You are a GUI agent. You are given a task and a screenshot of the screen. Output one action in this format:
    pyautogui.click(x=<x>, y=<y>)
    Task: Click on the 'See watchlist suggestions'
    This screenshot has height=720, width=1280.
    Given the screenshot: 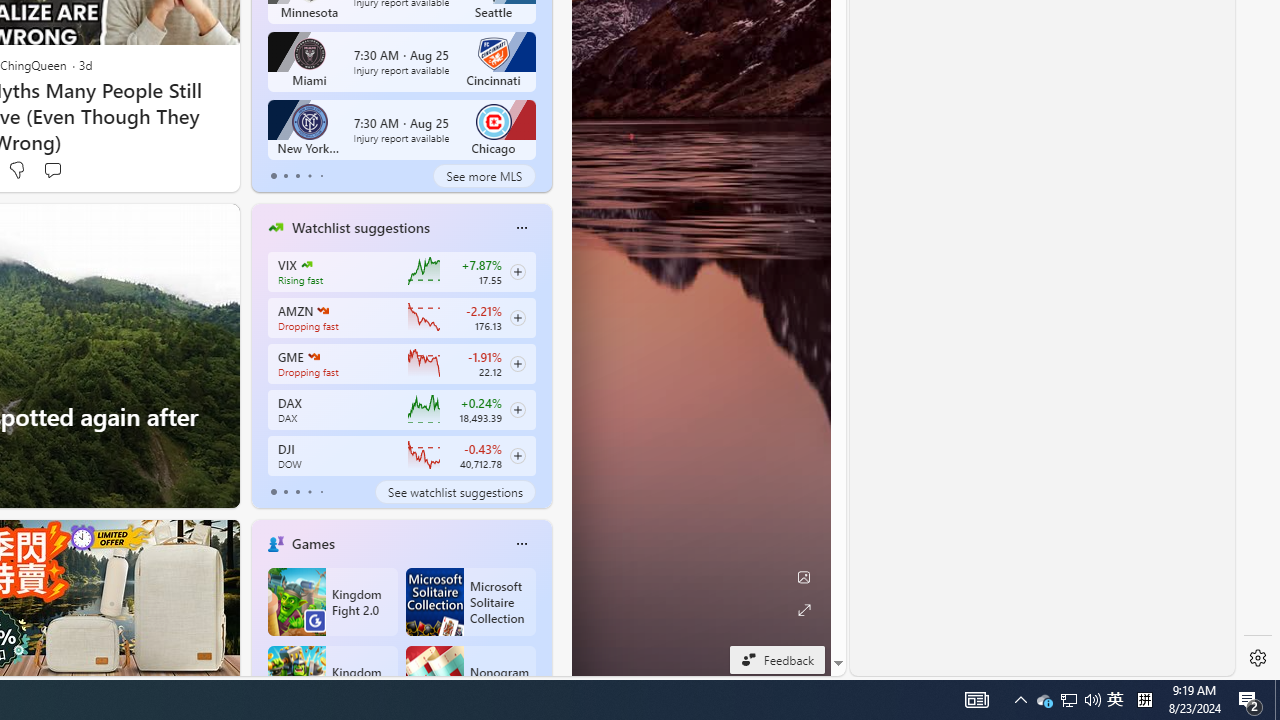 What is the action you would take?
    pyautogui.click(x=454, y=492)
    